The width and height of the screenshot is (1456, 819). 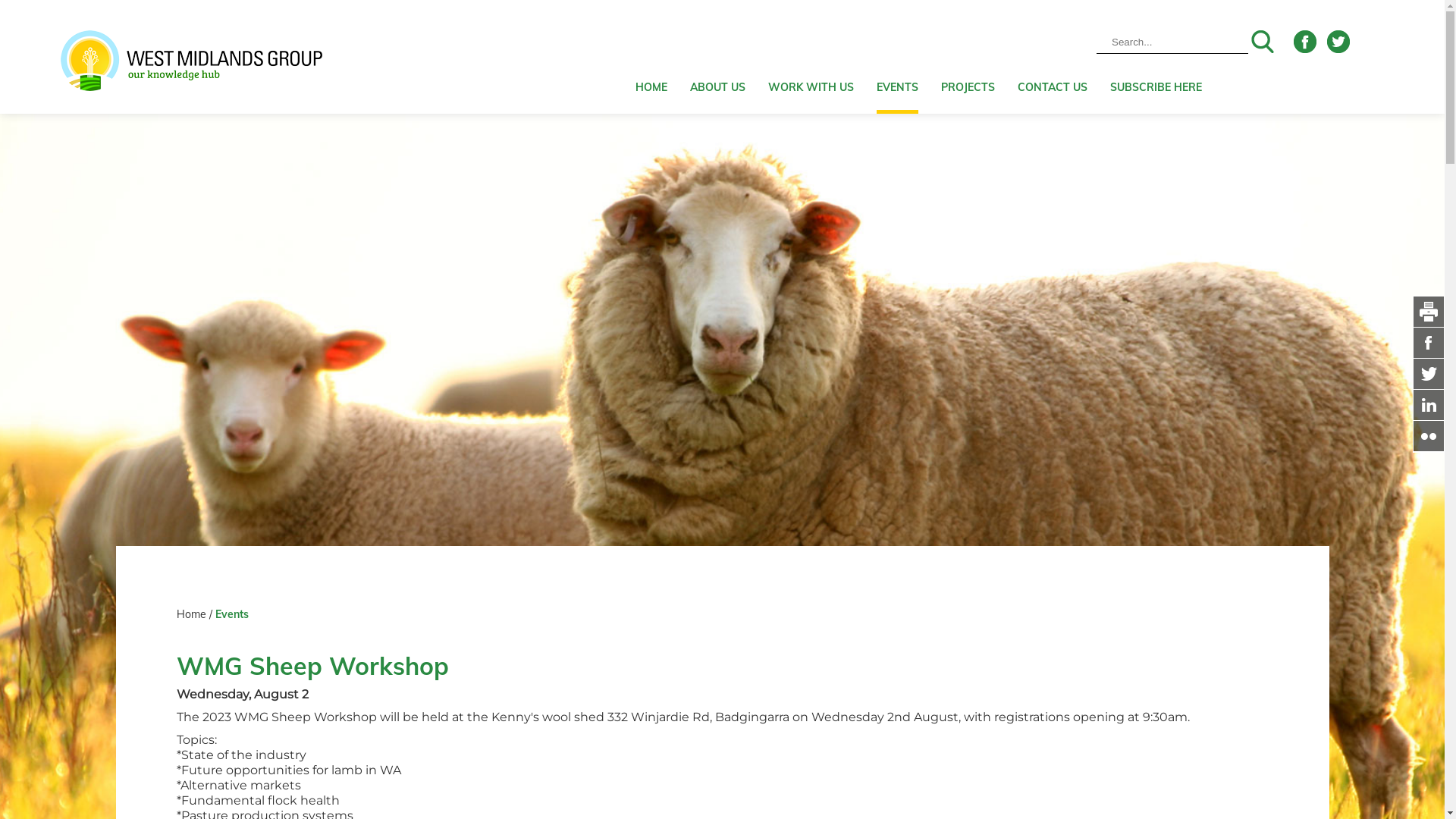 What do you see at coordinates (1018, 55) in the screenshot?
I see `'CONTACT US'` at bounding box center [1018, 55].